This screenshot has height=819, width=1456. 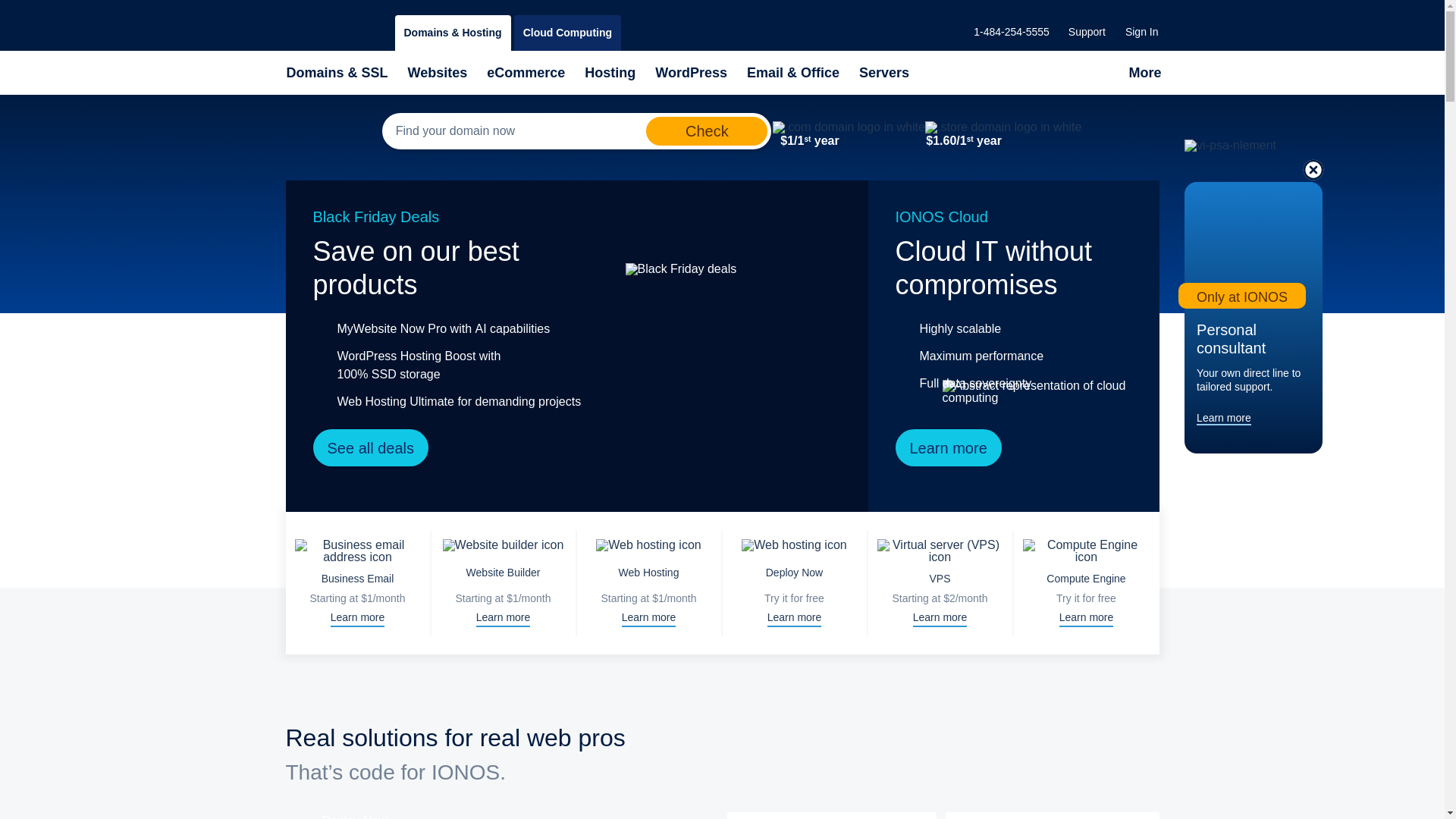 What do you see at coordinates (645, 130) in the screenshot?
I see `'Check'` at bounding box center [645, 130].